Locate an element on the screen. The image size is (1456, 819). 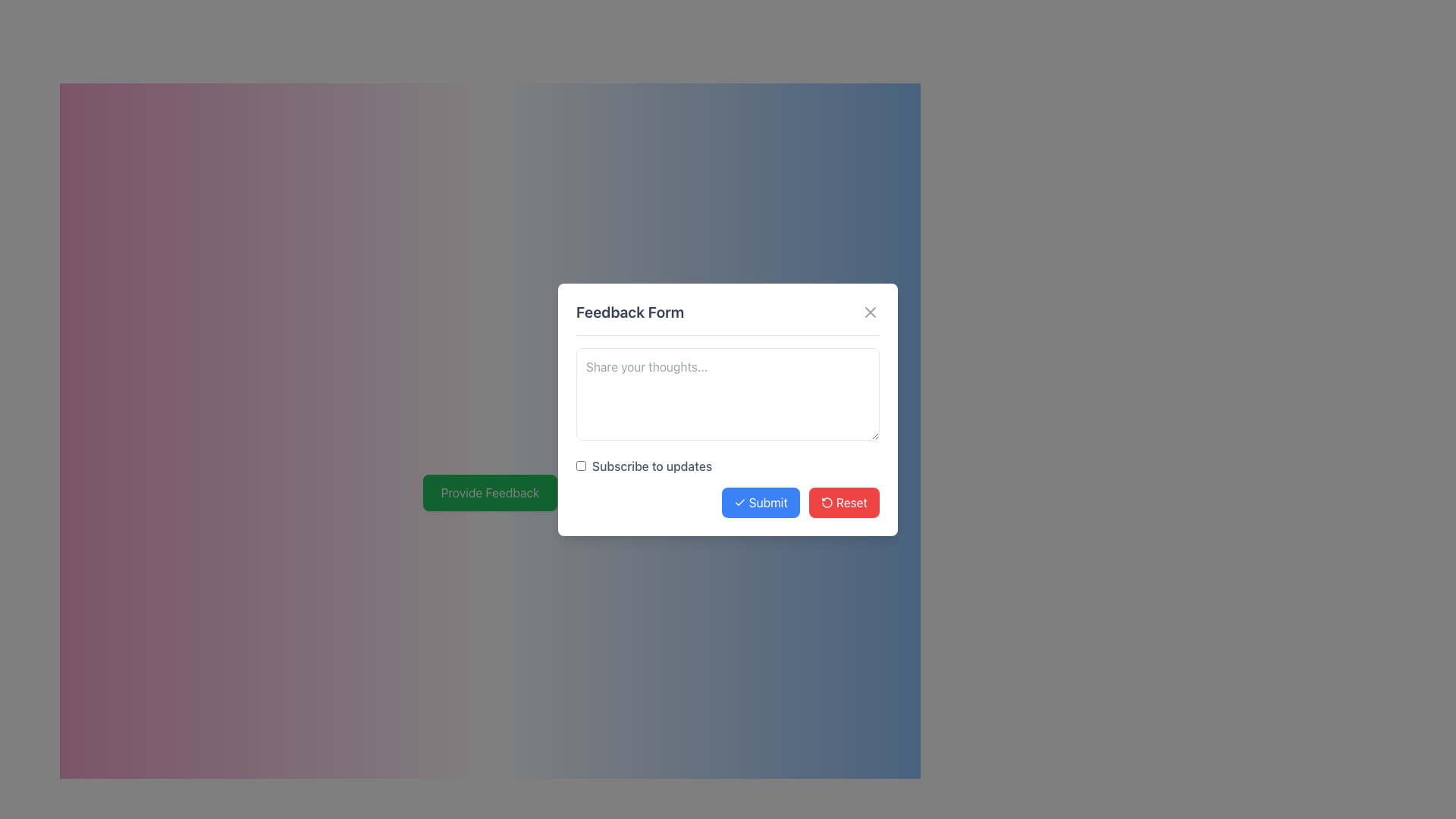
the checkbox labeled 'Subscribe to updates' in the Feedback Form, which is positioned above the Submit and Reset buttons is located at coordinates (728, 465).